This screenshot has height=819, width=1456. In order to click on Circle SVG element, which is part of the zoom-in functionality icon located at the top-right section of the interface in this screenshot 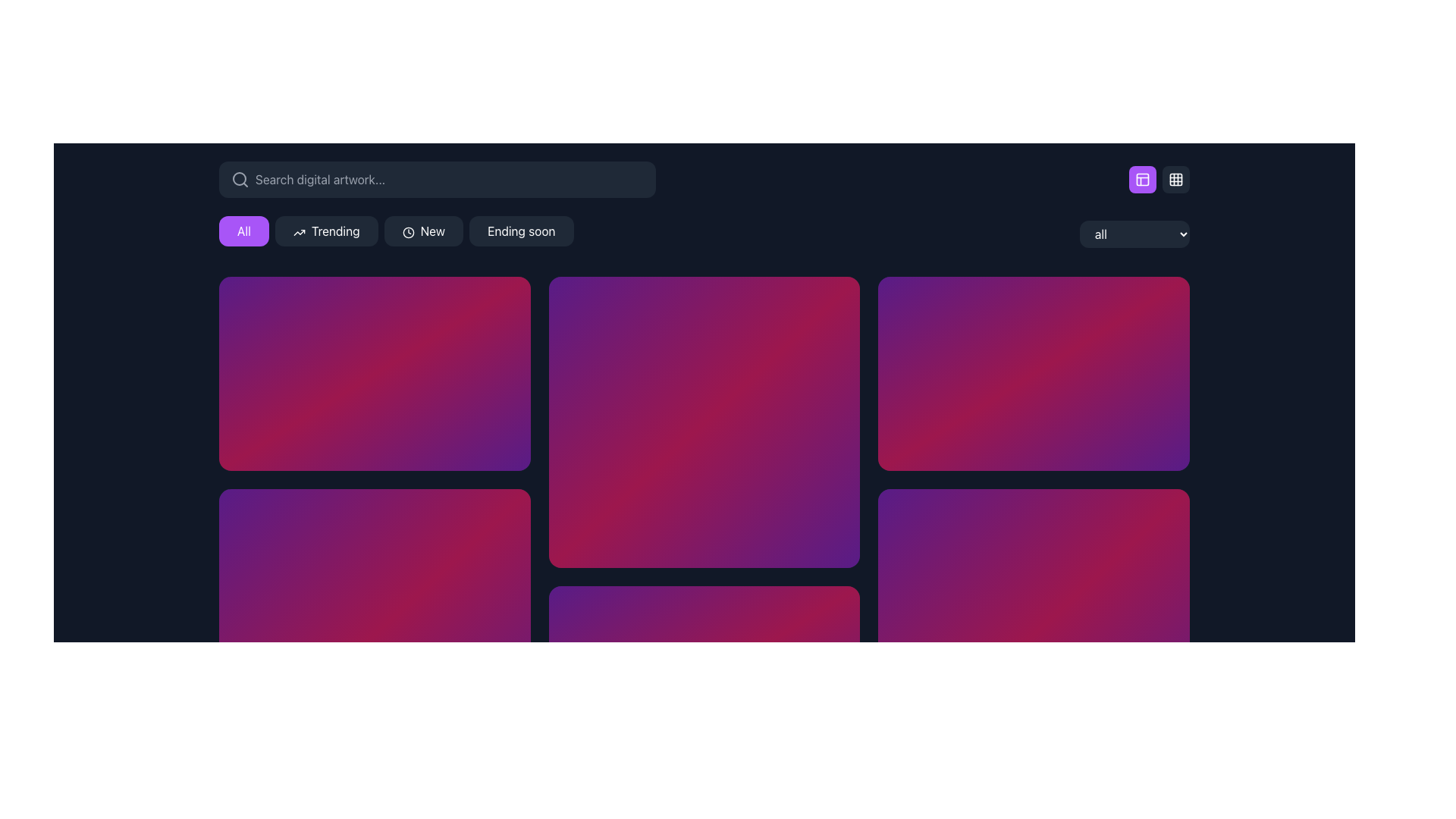, I will do `click(1163, 302)`.